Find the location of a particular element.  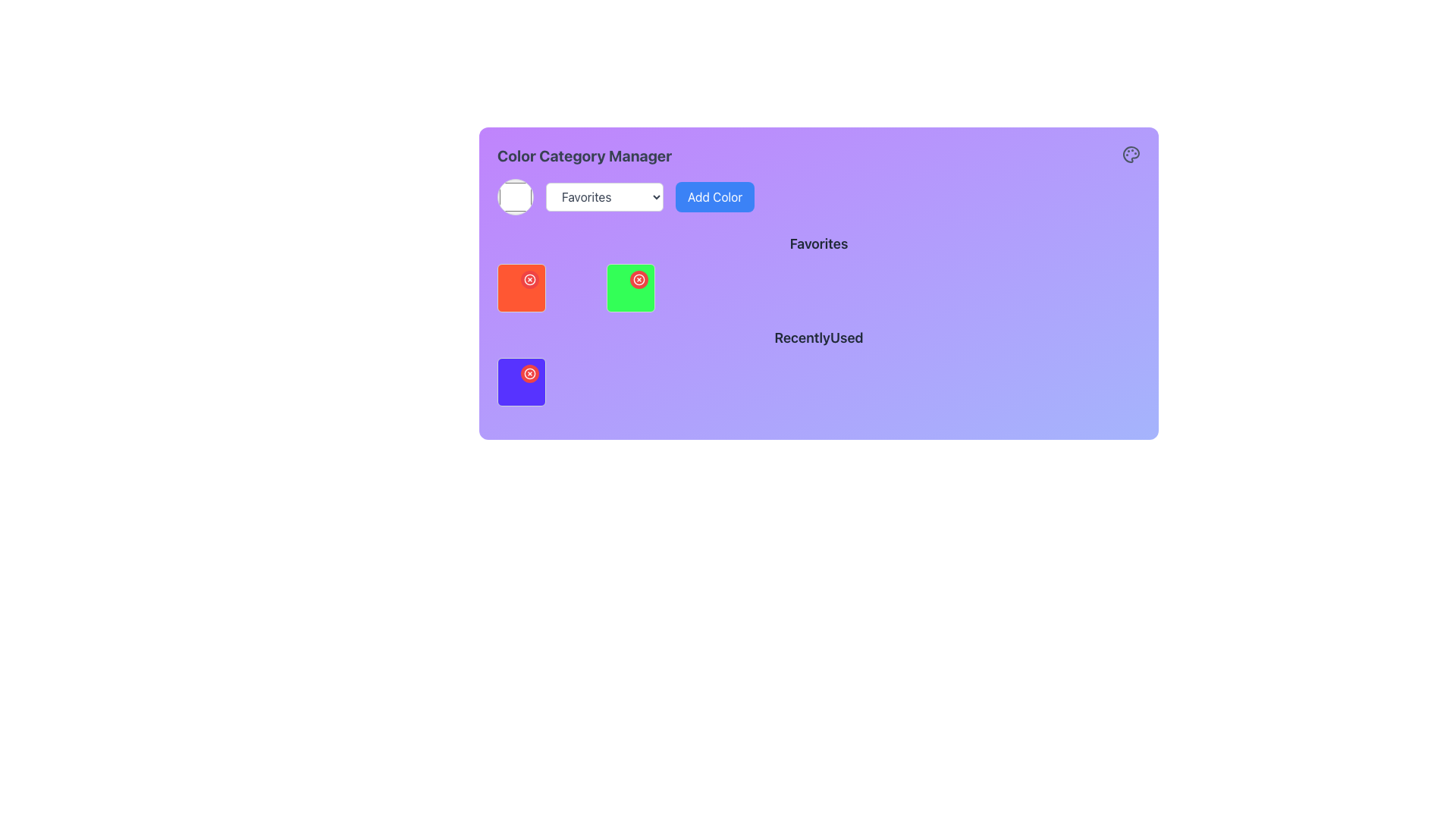

the embedded delete button located in the top-right corner of the square selection box with a purple background and a light-gray border is located at coordinates (521, 381).